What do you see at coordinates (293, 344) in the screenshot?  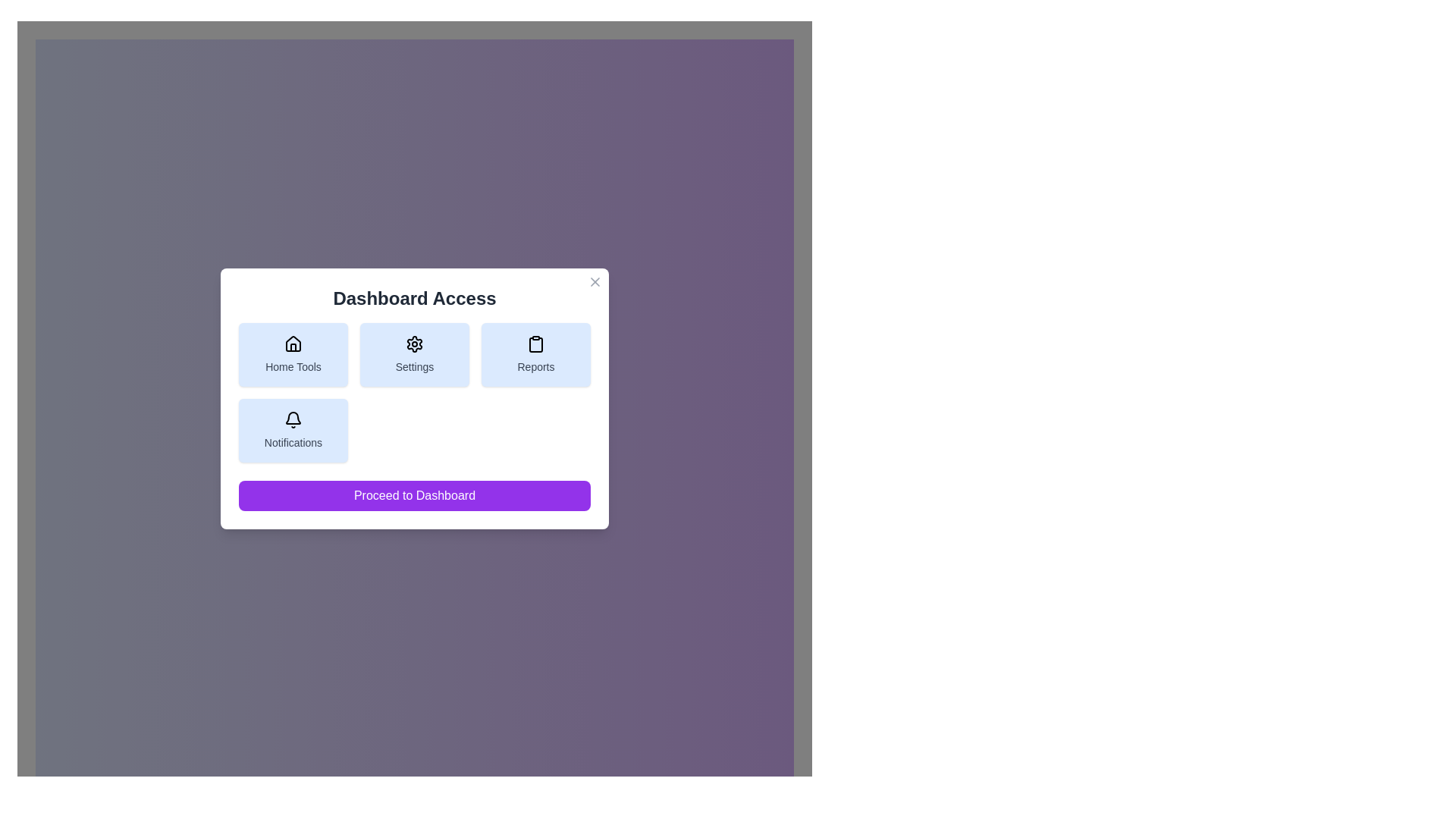 I see `the small house-shaped icon with a thin stroke and hollow interior, located within the 'Home Tools' section of the Dashboard Access panel` at bounding box center [293, 344].